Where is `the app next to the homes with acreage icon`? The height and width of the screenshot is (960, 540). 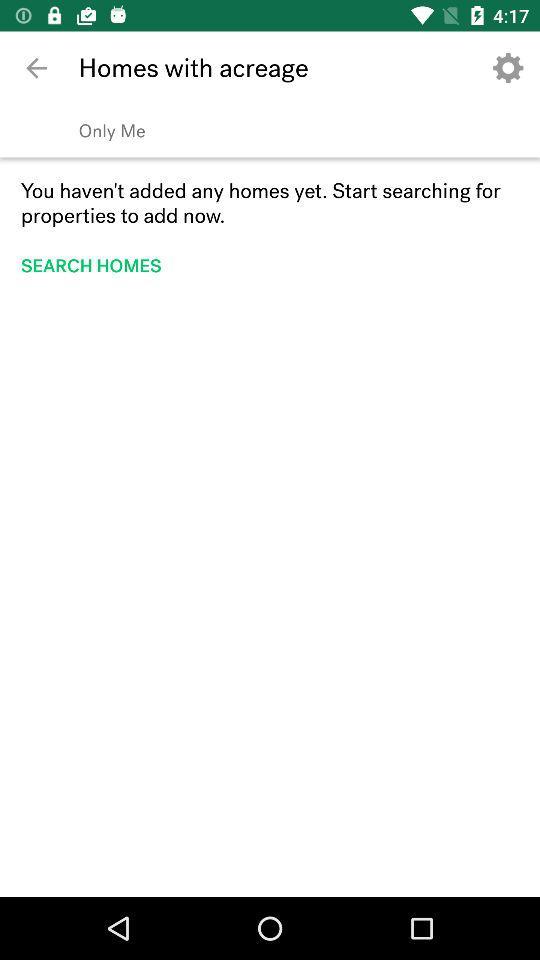
the app next to the homes with acreage icon is located at coordinates (508, 68).